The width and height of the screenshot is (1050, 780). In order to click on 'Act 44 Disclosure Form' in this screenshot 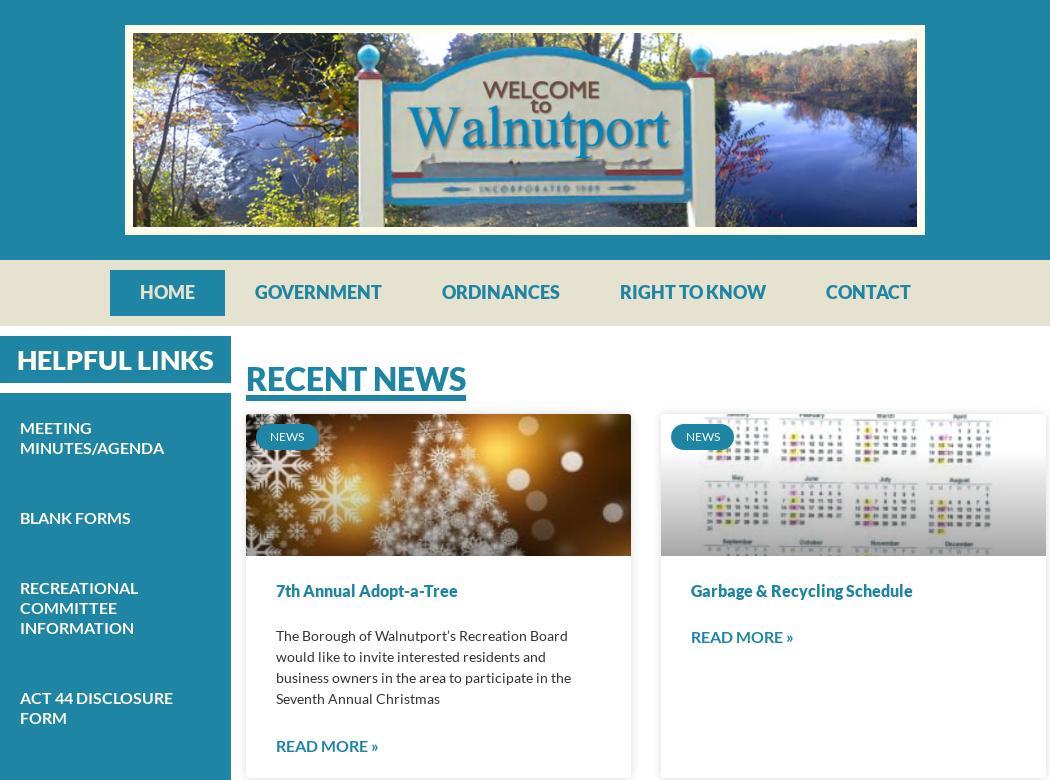, I will do `click(96, 705)`.